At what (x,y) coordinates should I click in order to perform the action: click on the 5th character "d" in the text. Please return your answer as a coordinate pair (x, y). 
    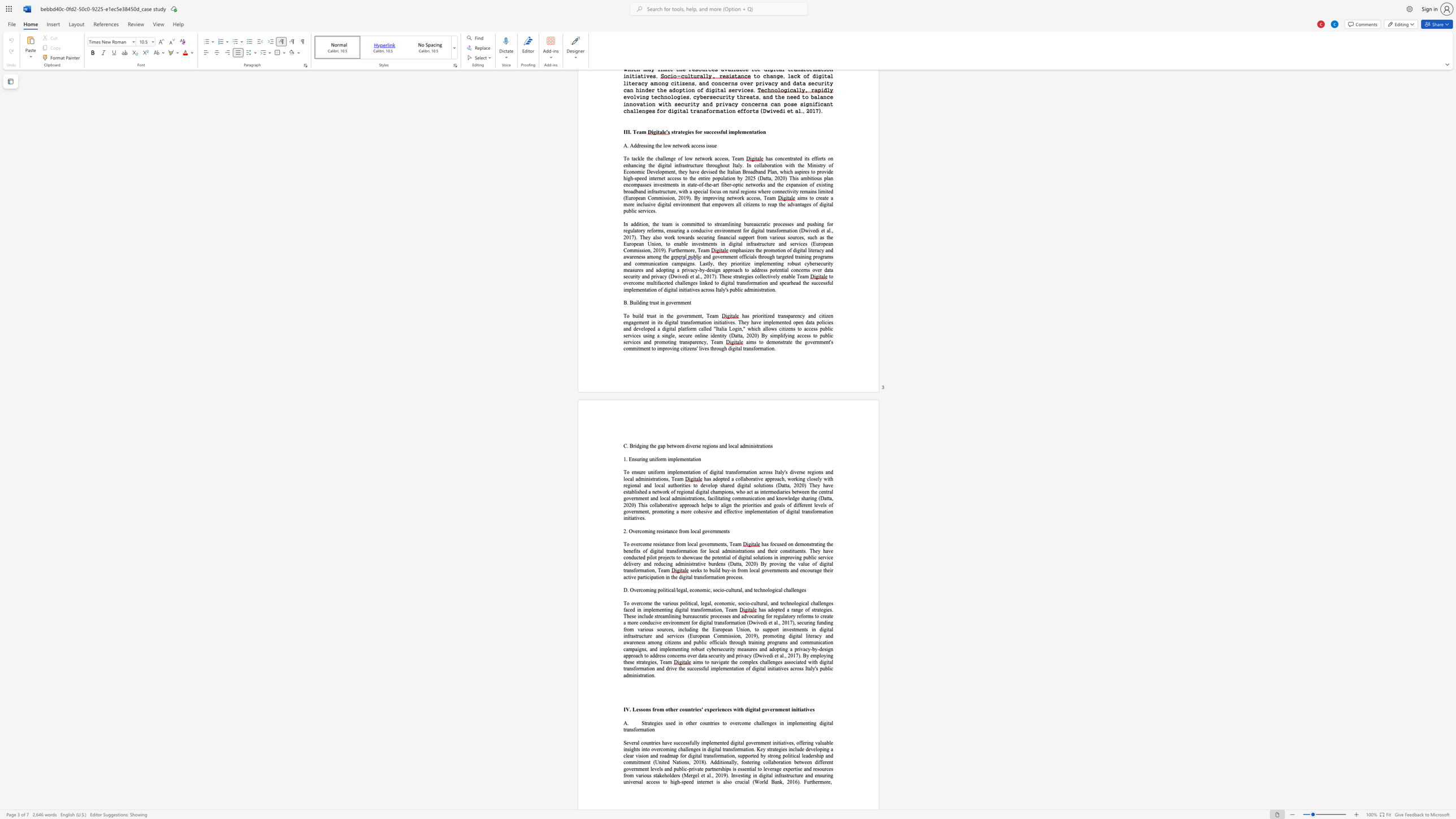
    Looking at the image, I should click on (643, 557).